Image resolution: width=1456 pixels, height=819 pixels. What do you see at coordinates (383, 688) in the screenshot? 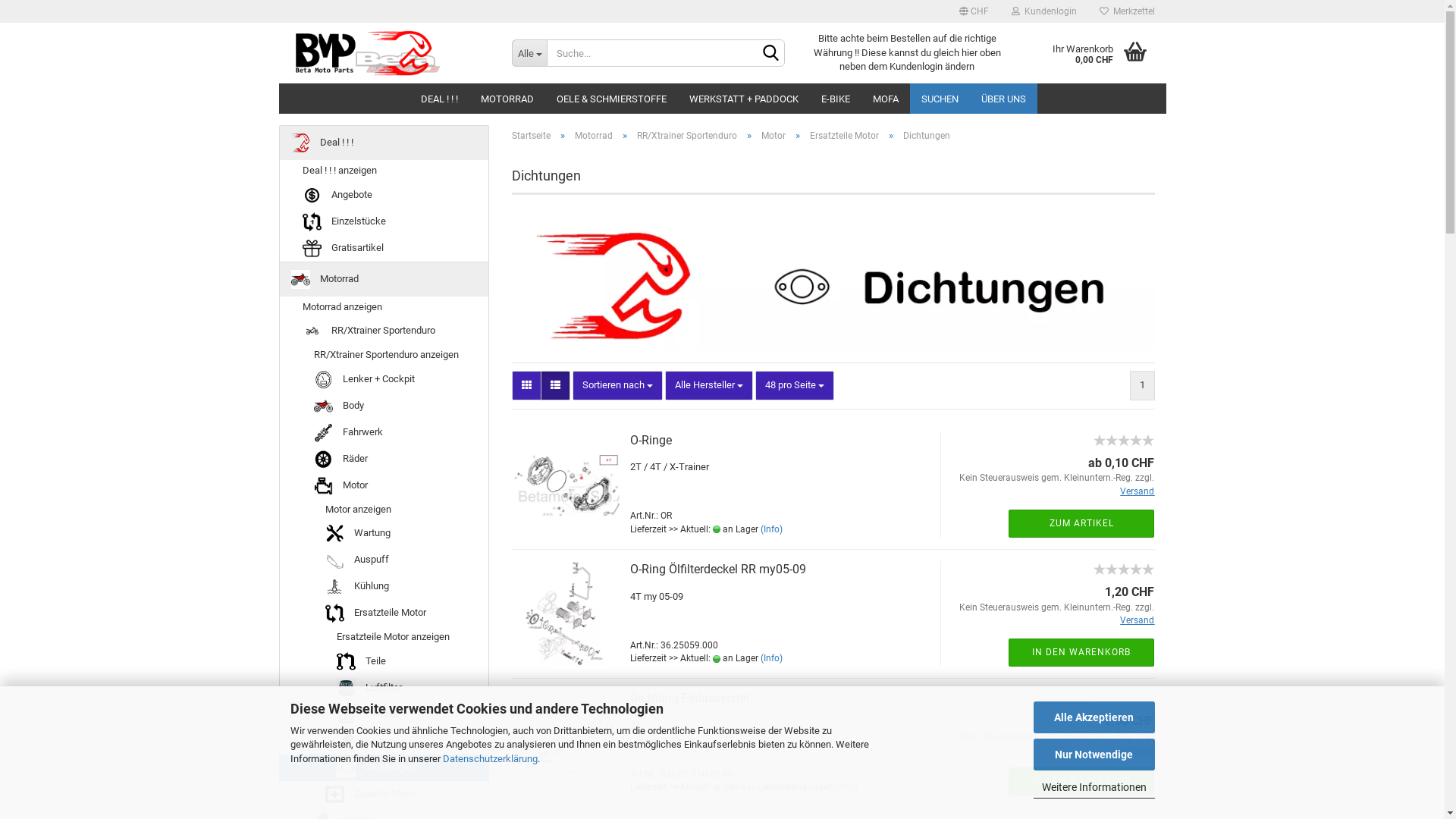
I see `'Luftfilter'` at bounding box center [383, 688].